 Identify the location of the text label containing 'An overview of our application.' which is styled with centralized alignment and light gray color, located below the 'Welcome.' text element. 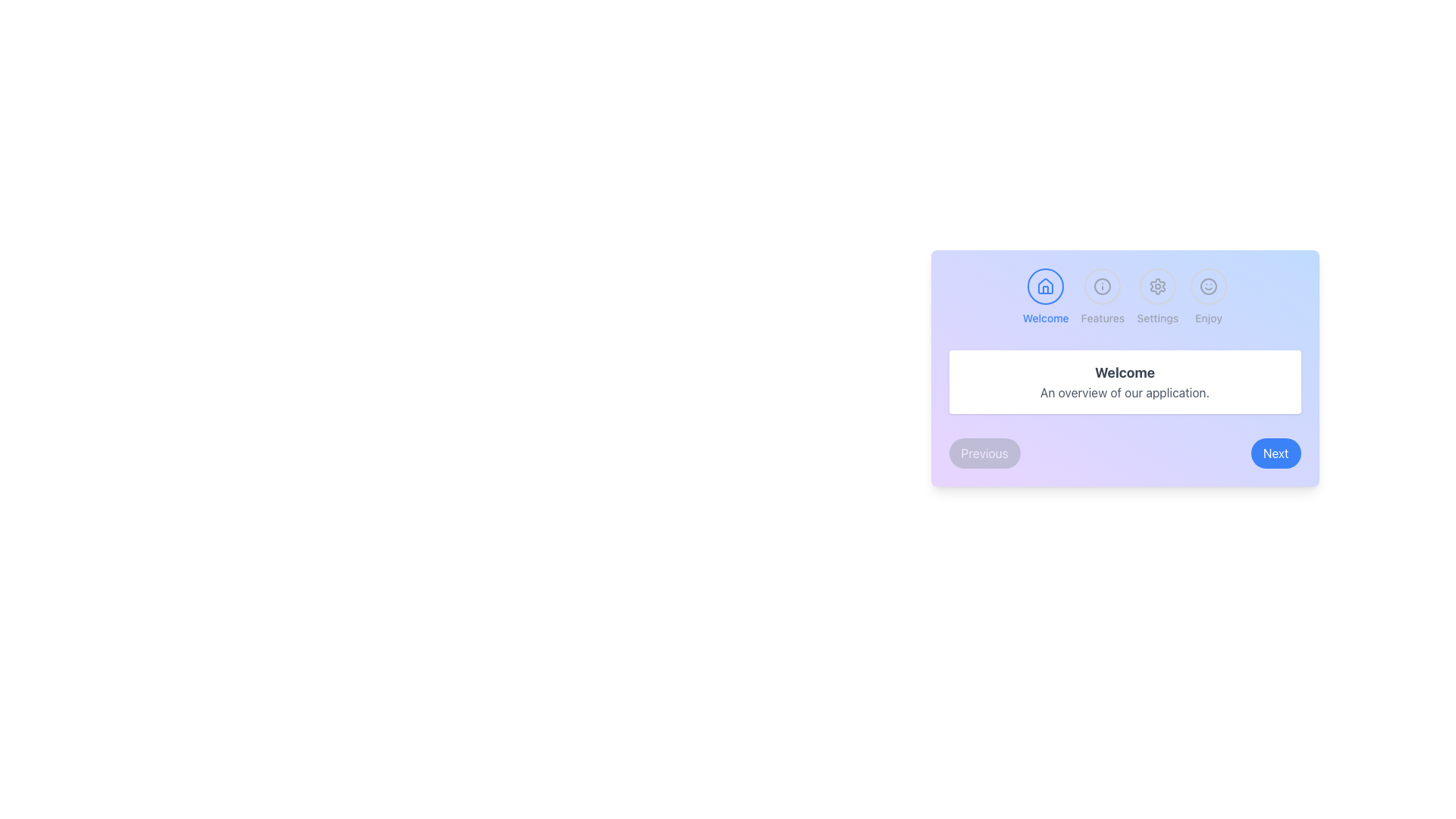
(1125, 391).